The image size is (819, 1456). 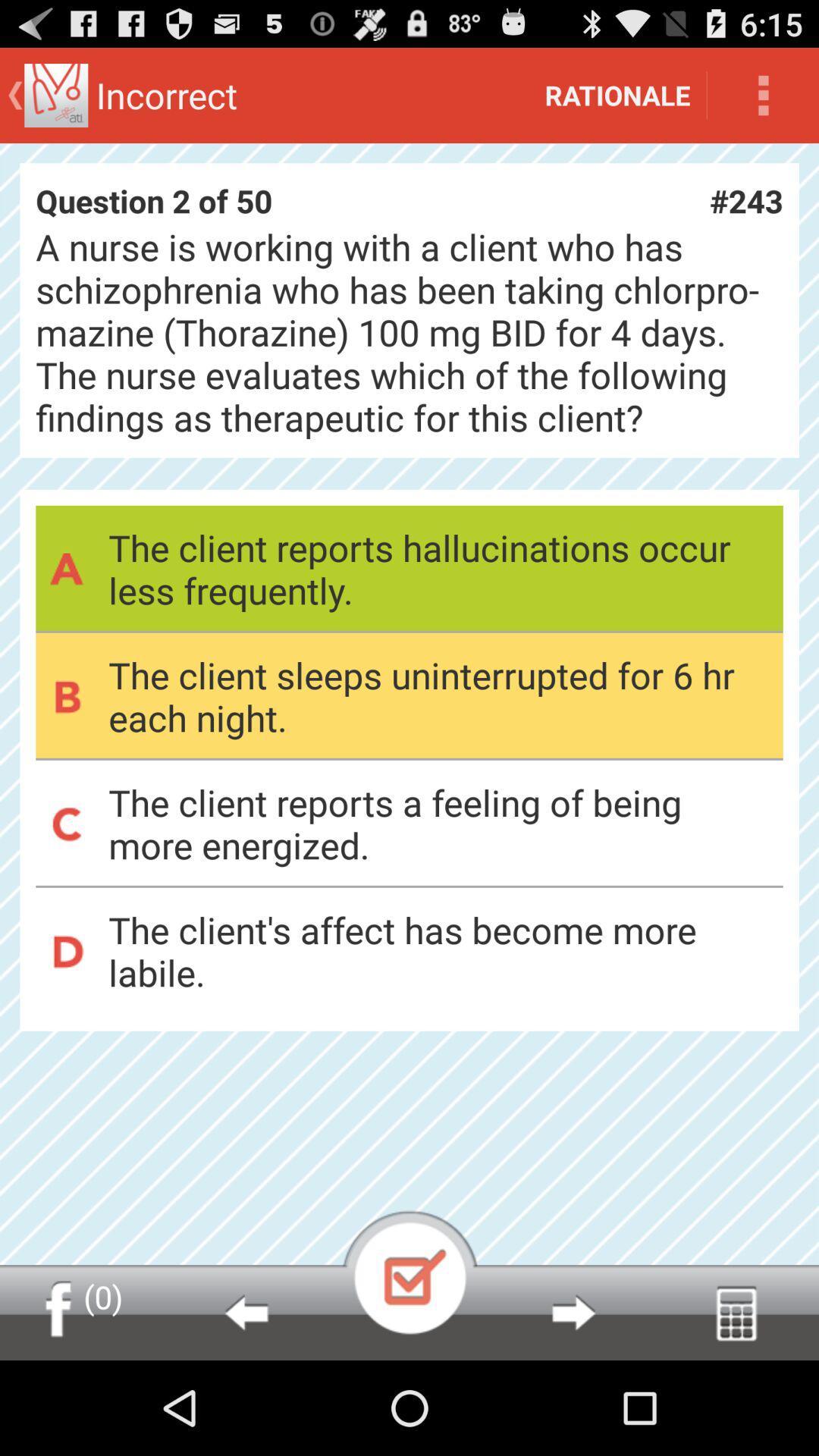 I want to click on select, so click(x=409, y=1272).